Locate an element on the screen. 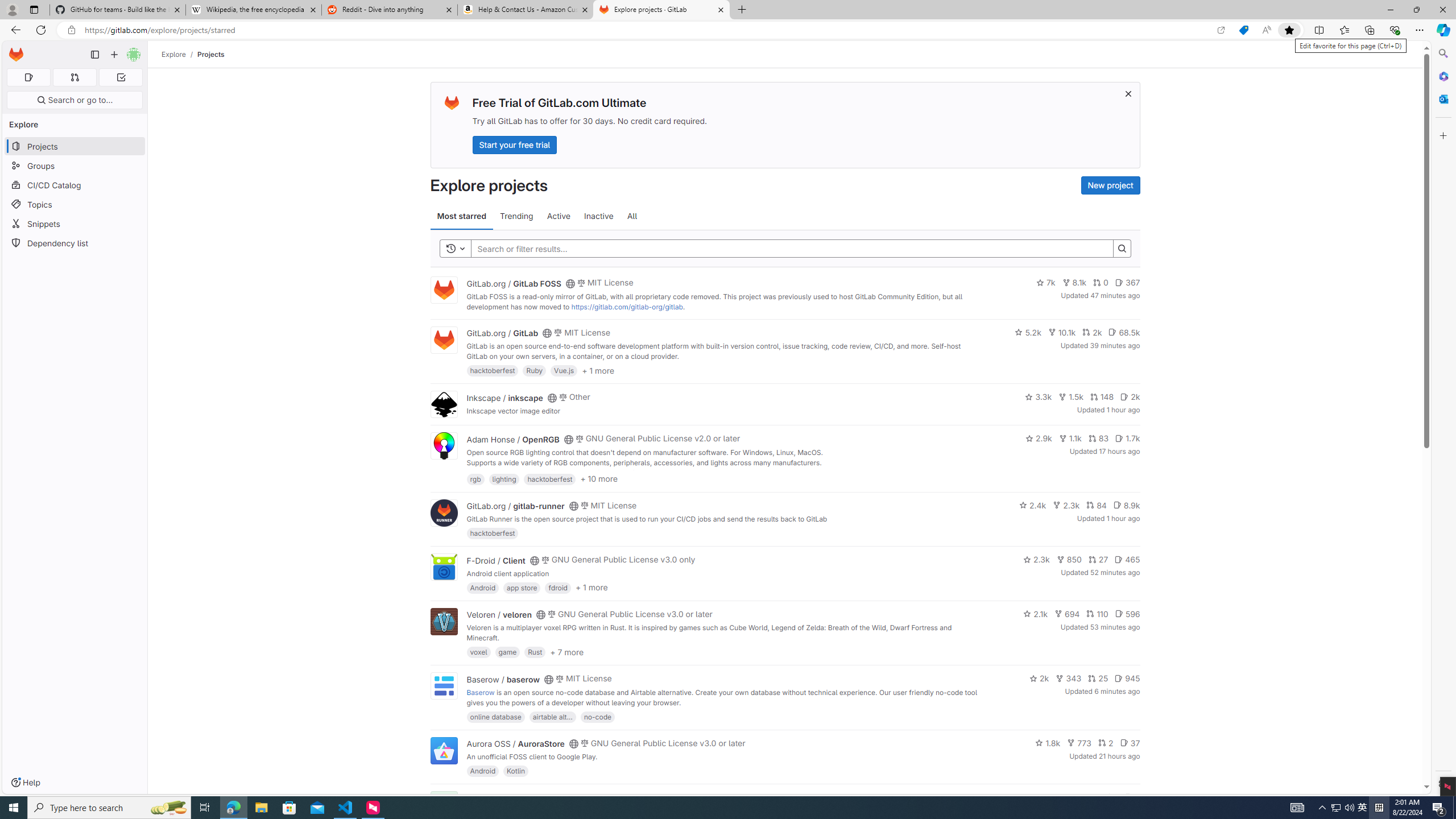 The height and width of the screenshot is (819, 1456). 'To-Do list 0' is located at coordinates (120, 77).